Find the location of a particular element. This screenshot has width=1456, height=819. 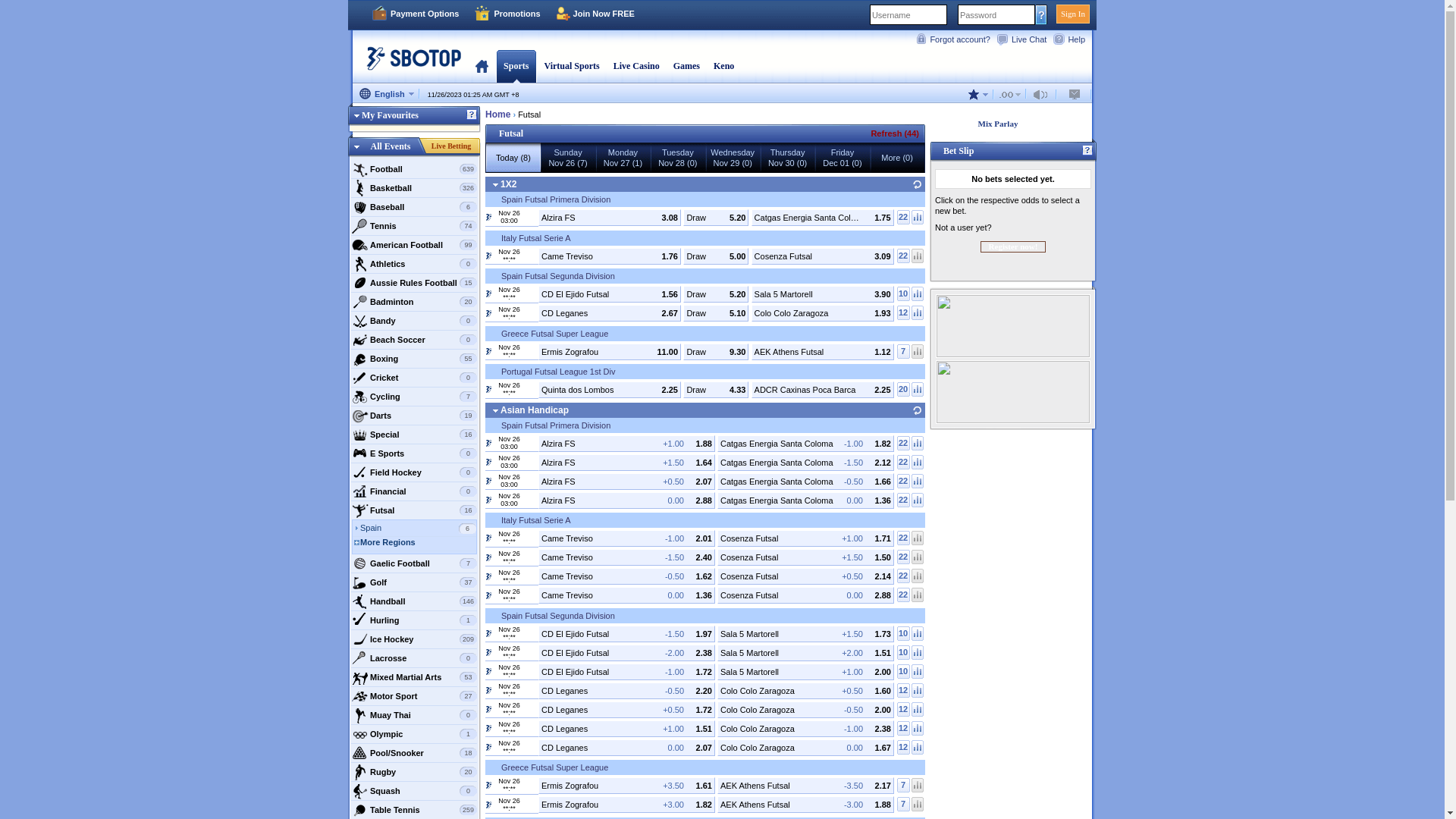

'Special is located at coordinates (414, 435).